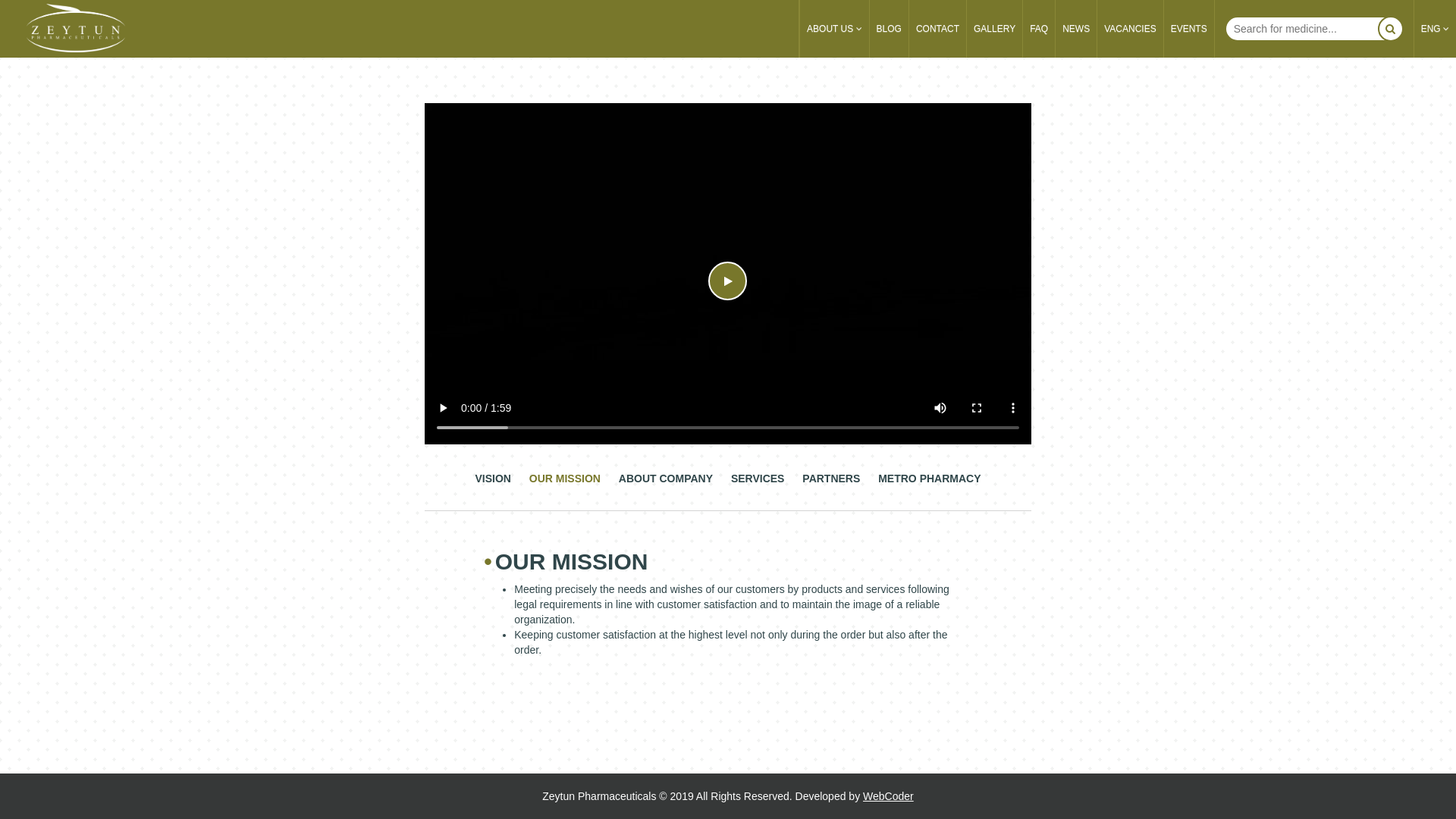  What do you see at coordinates (563, 486) in the screenshot?
I see `'OUR MISSION'` at bounding box center [563, 486].